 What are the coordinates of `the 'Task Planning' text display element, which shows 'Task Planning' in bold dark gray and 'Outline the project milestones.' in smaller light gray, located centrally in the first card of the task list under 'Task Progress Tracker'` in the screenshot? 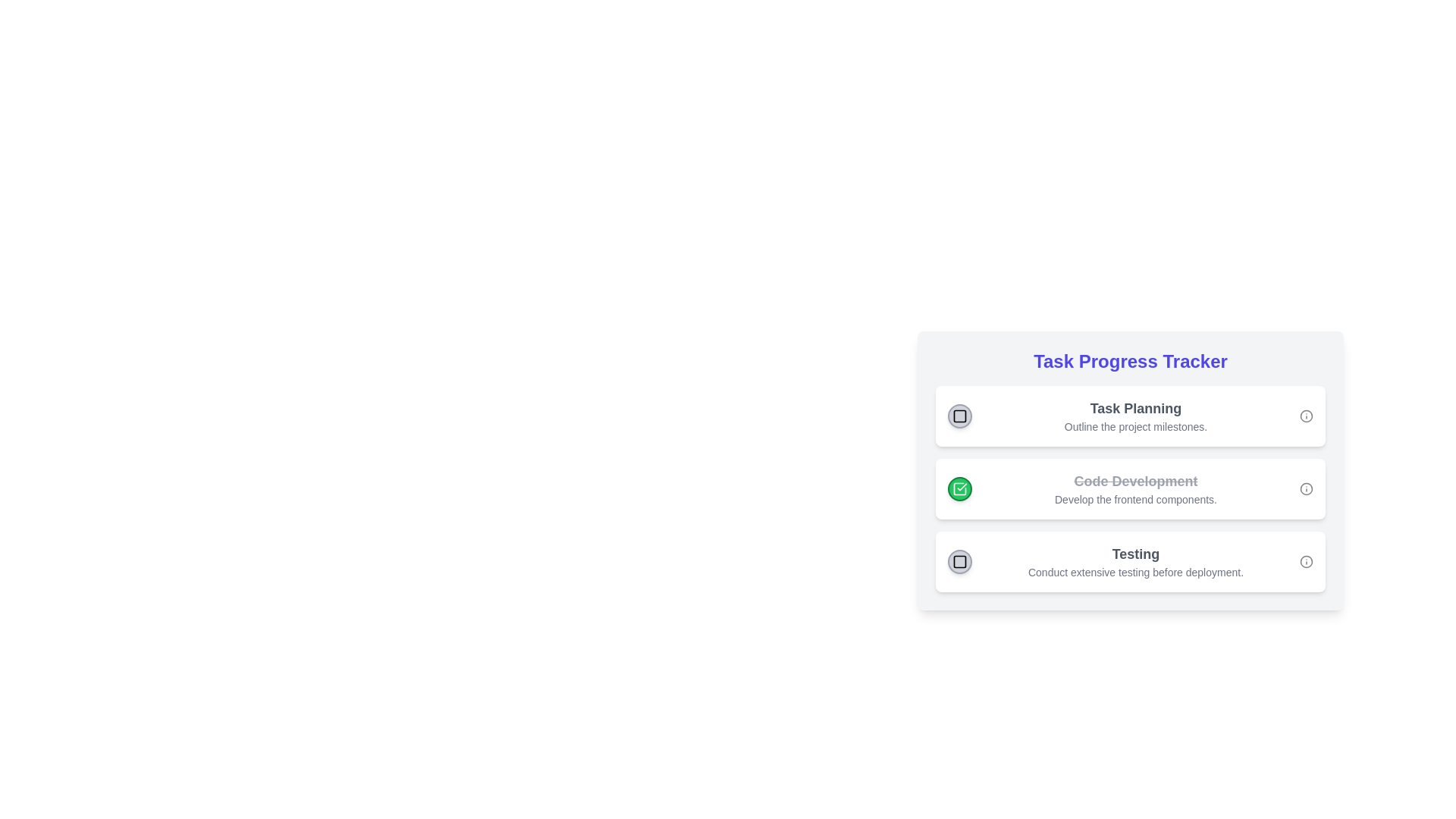 It's located at (1135, 416).